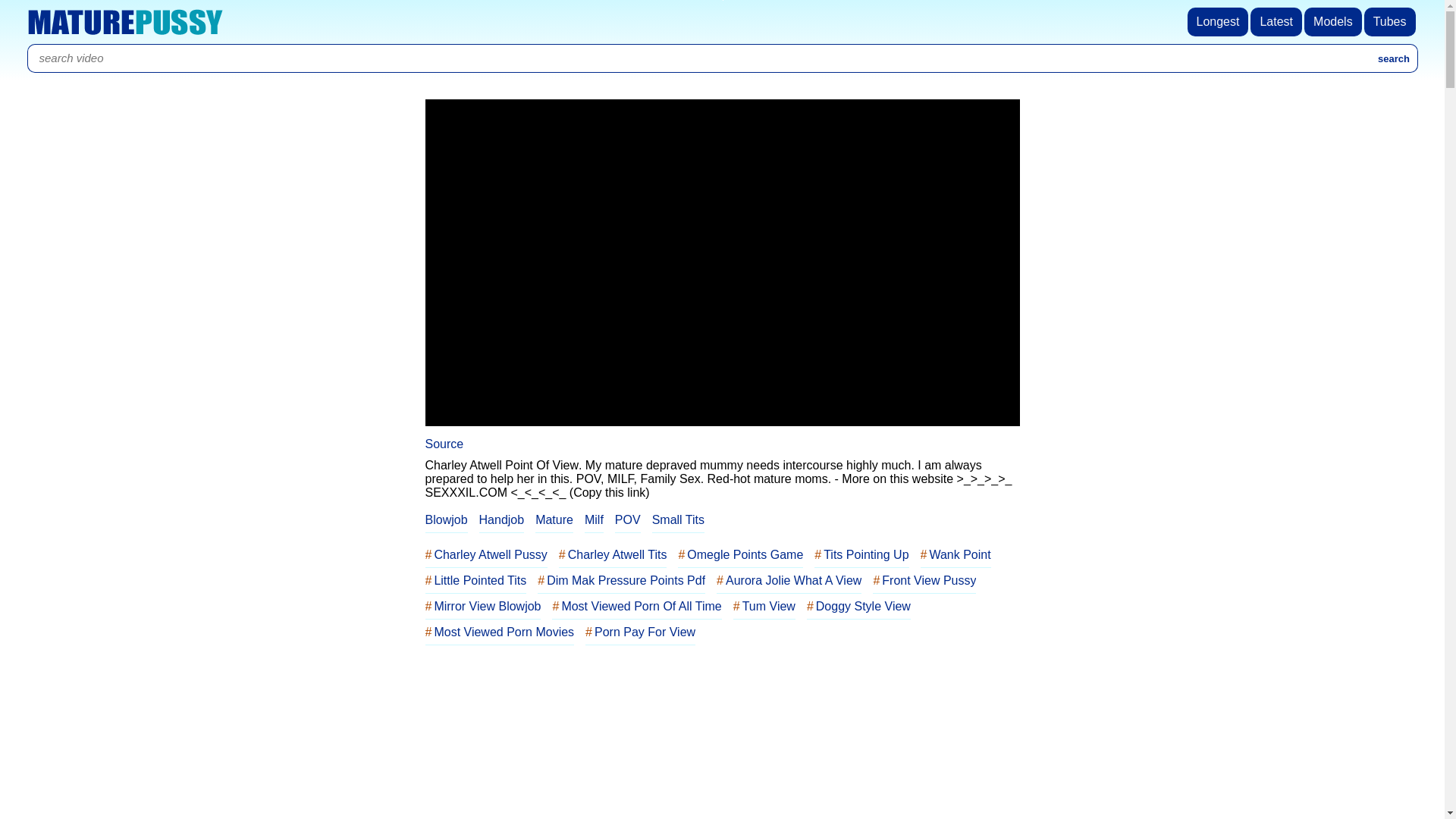 This screenshot has width=1456, height=819. Describe the element at coordinates (1333, 22) in the screenshot. I see `'Models'` at that location.